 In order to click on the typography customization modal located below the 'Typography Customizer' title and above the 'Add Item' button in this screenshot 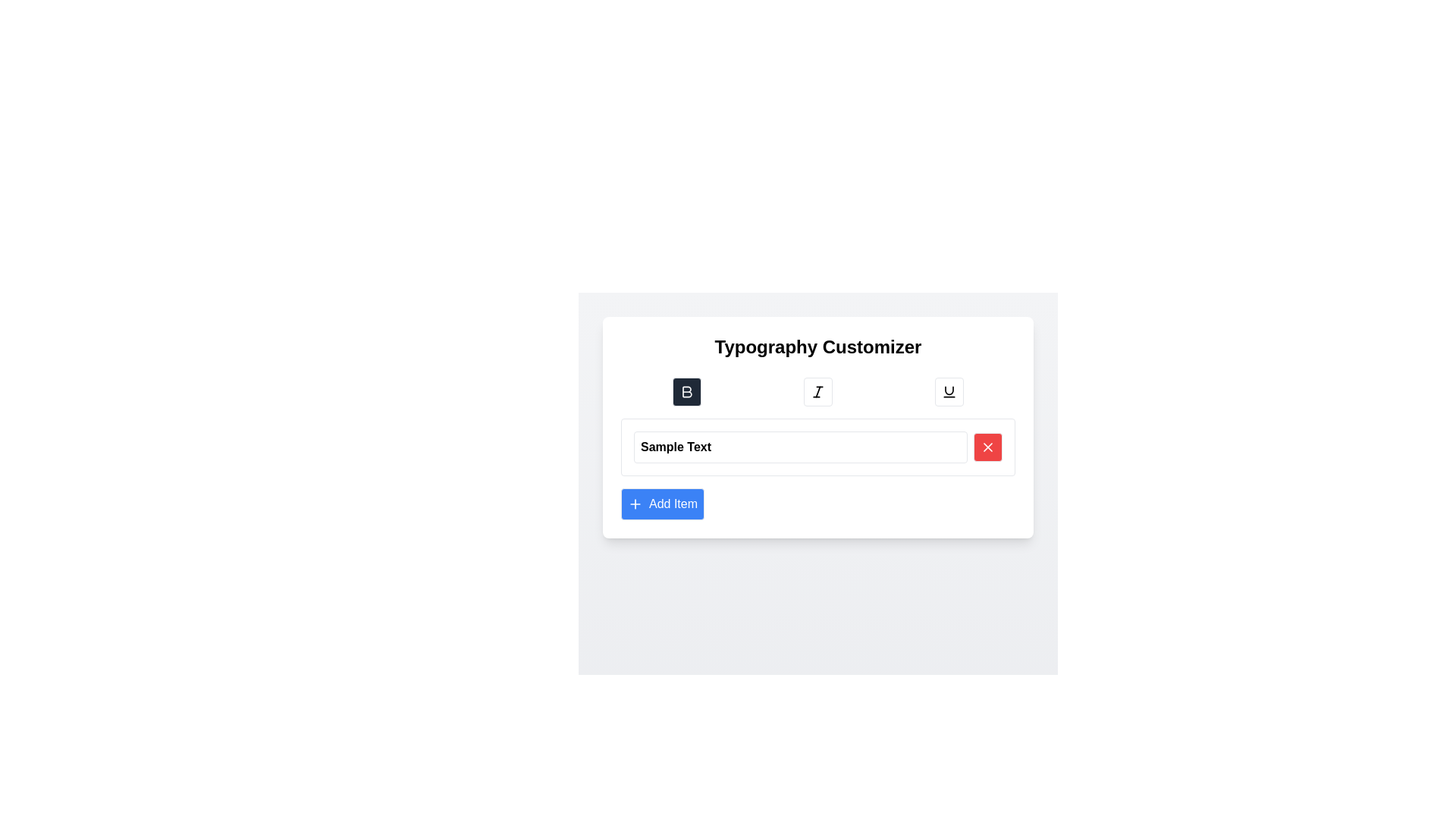, I will do `click(817, 473)`.